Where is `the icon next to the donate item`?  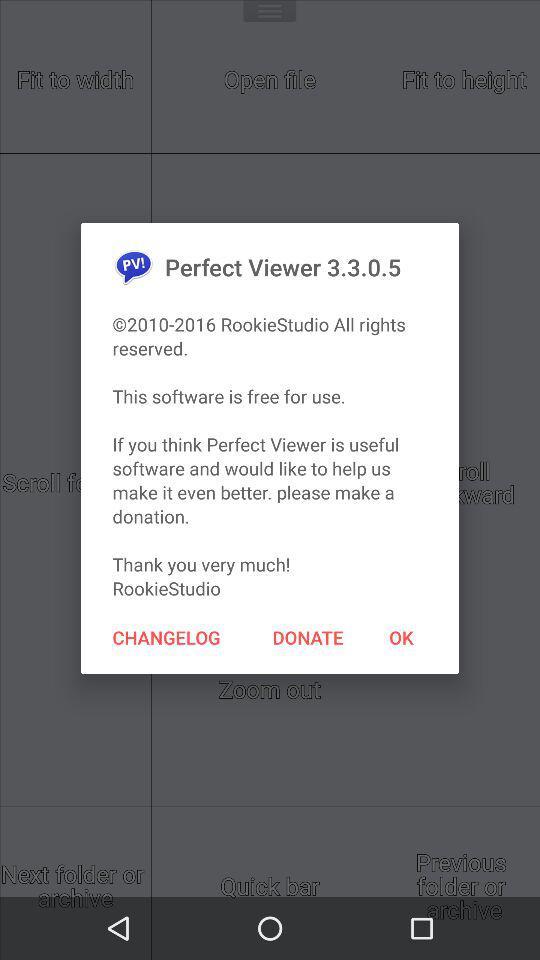
the icon next to the donate item is located at coordinates (165, 636).